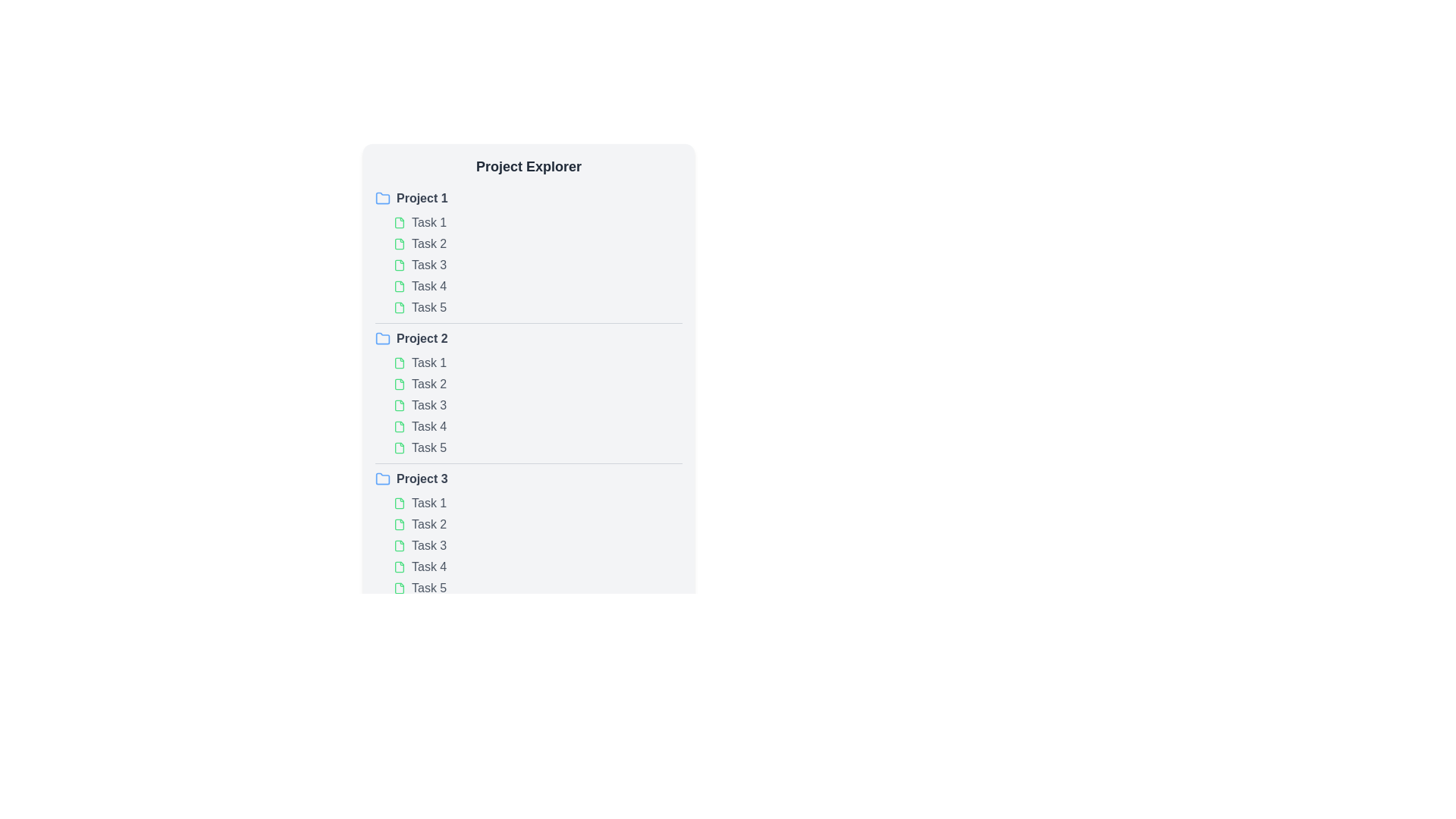  I want to click on the document icon in the project explorer under 'Project 1', so click(400, 265).